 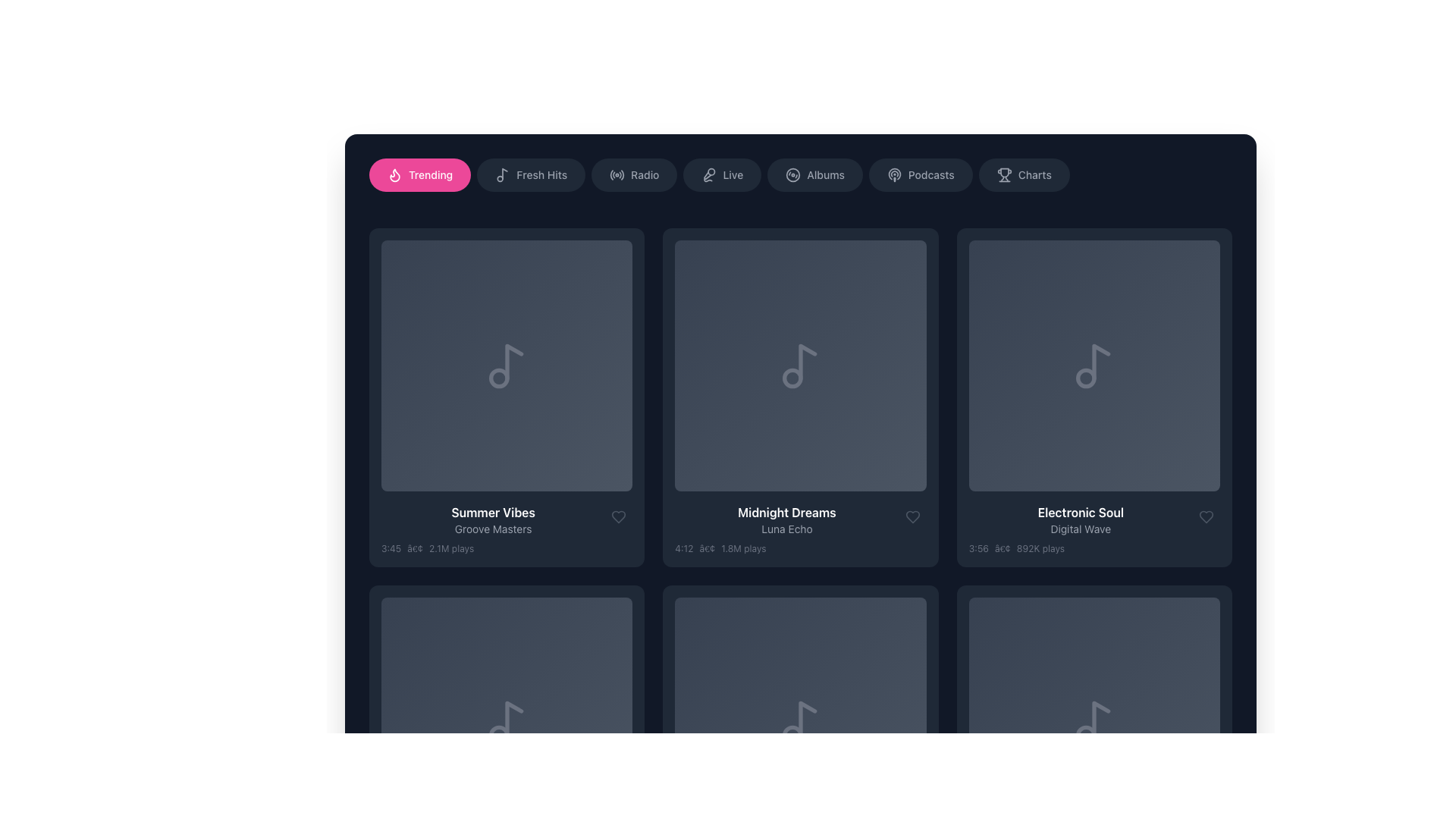 What do you see at coordinates (800, 366) in the screenshot?
I see `the music-themed icon located centrally in the second column of the top row of a grid layout, which is visually represented against a dark background` at bounding box center [800, 366].